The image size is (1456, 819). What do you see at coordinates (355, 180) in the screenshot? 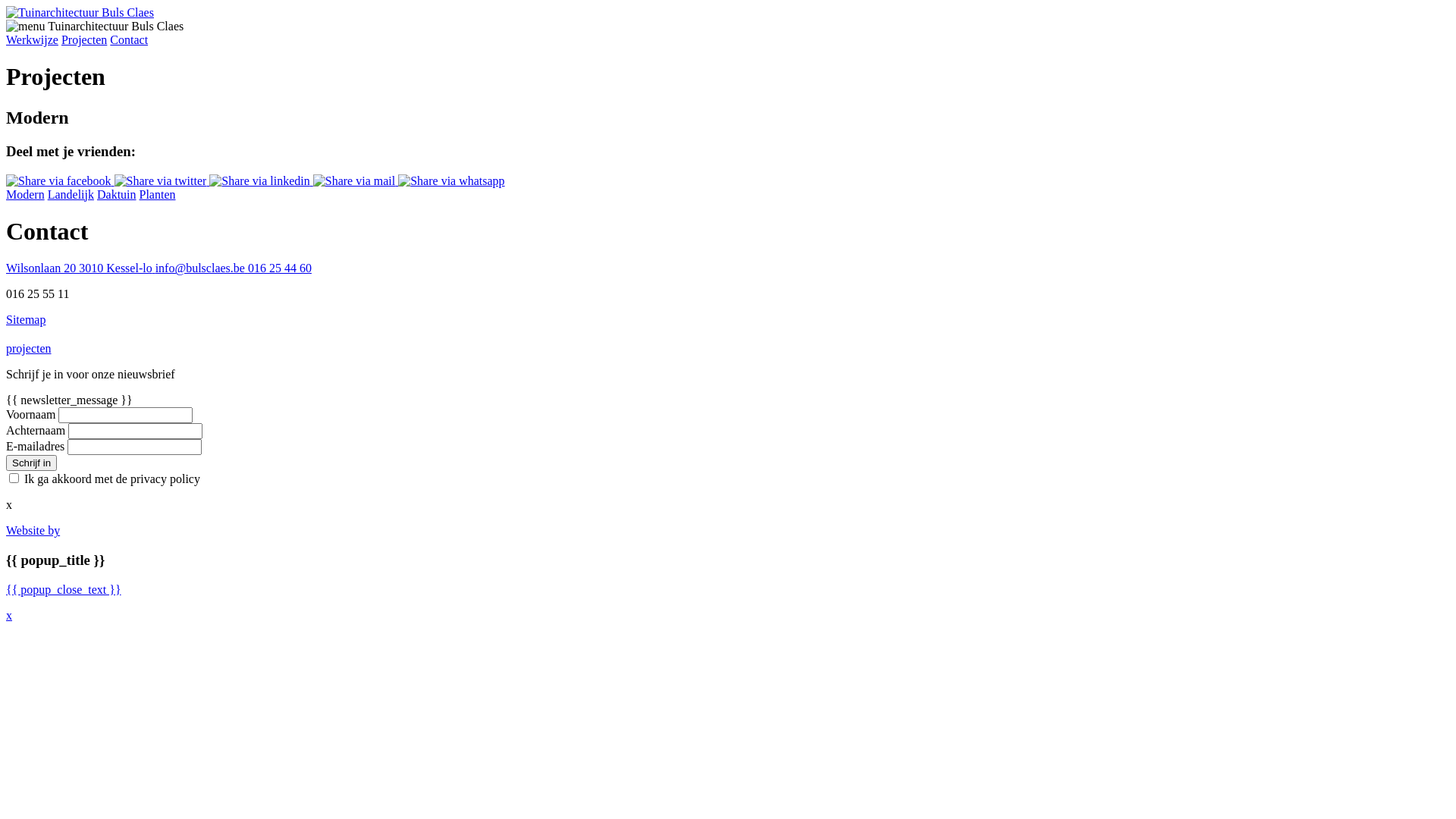
I see `'Share via mail'` at bounding box center [355, 180].